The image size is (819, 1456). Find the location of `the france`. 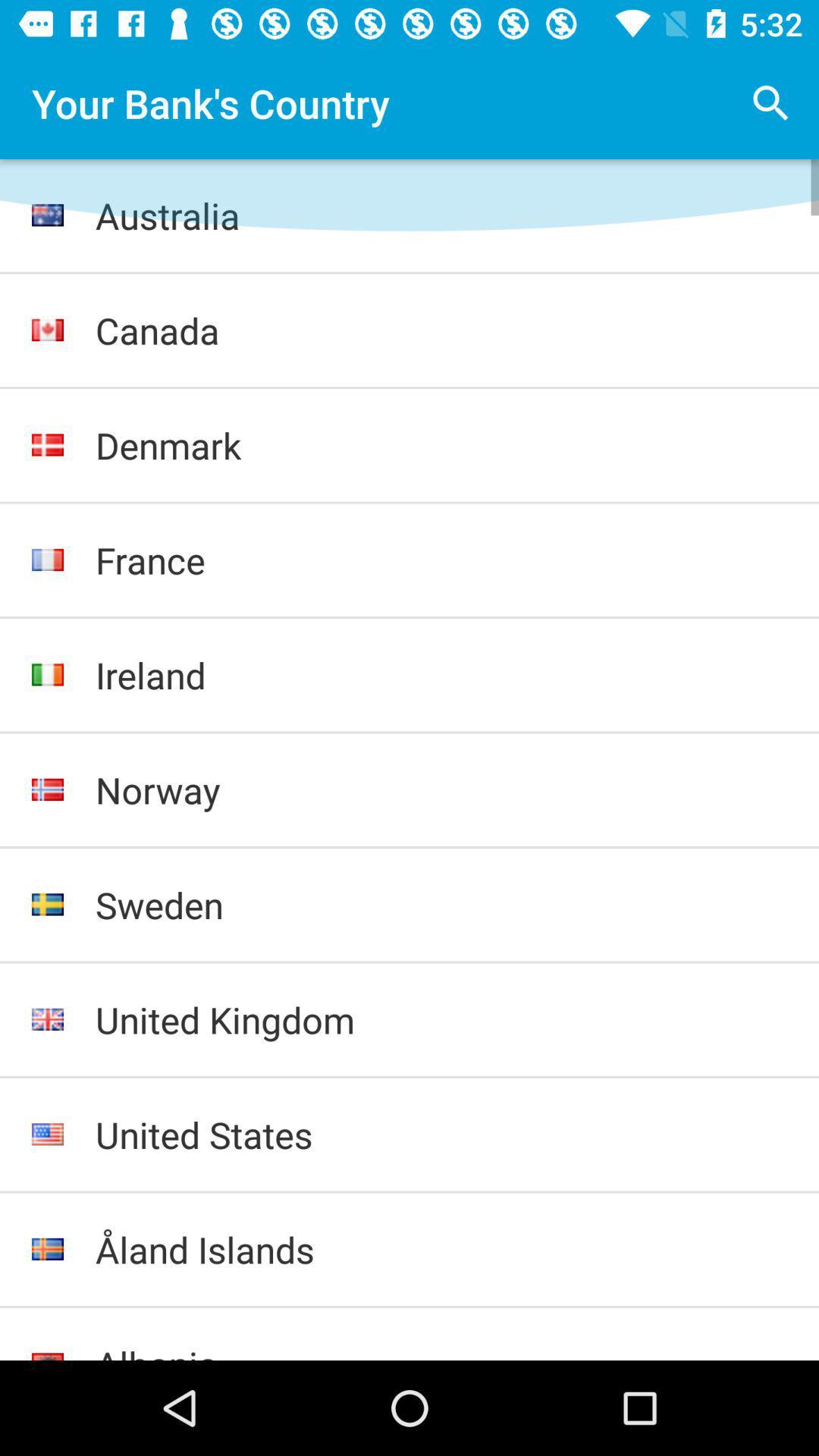

the france is located at coordinates (441, 559).